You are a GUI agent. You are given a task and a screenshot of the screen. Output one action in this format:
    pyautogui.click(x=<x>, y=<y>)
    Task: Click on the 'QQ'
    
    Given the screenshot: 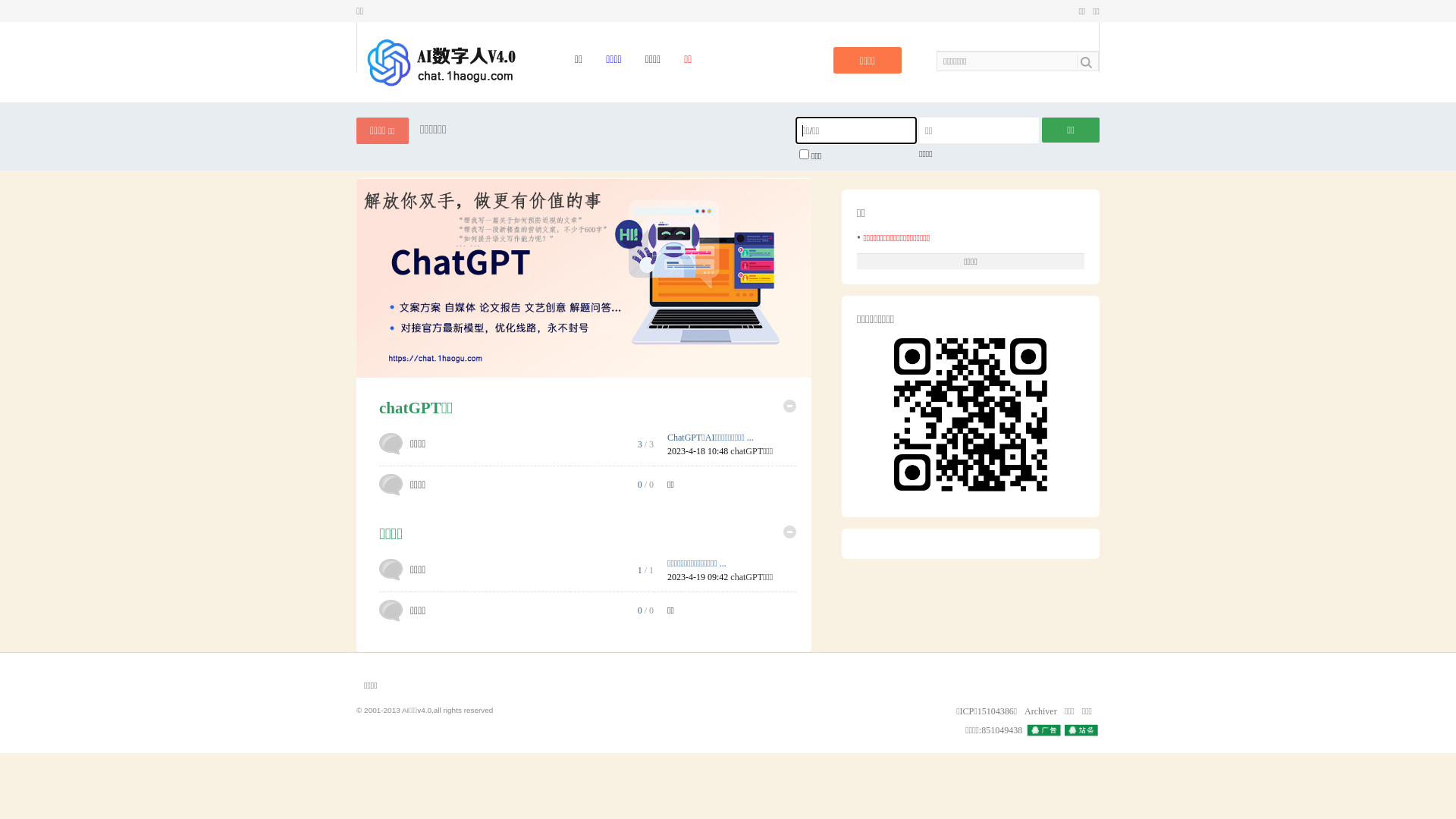 What is the action you would take?
    pyautogui.click(x=1026, y=730)
    